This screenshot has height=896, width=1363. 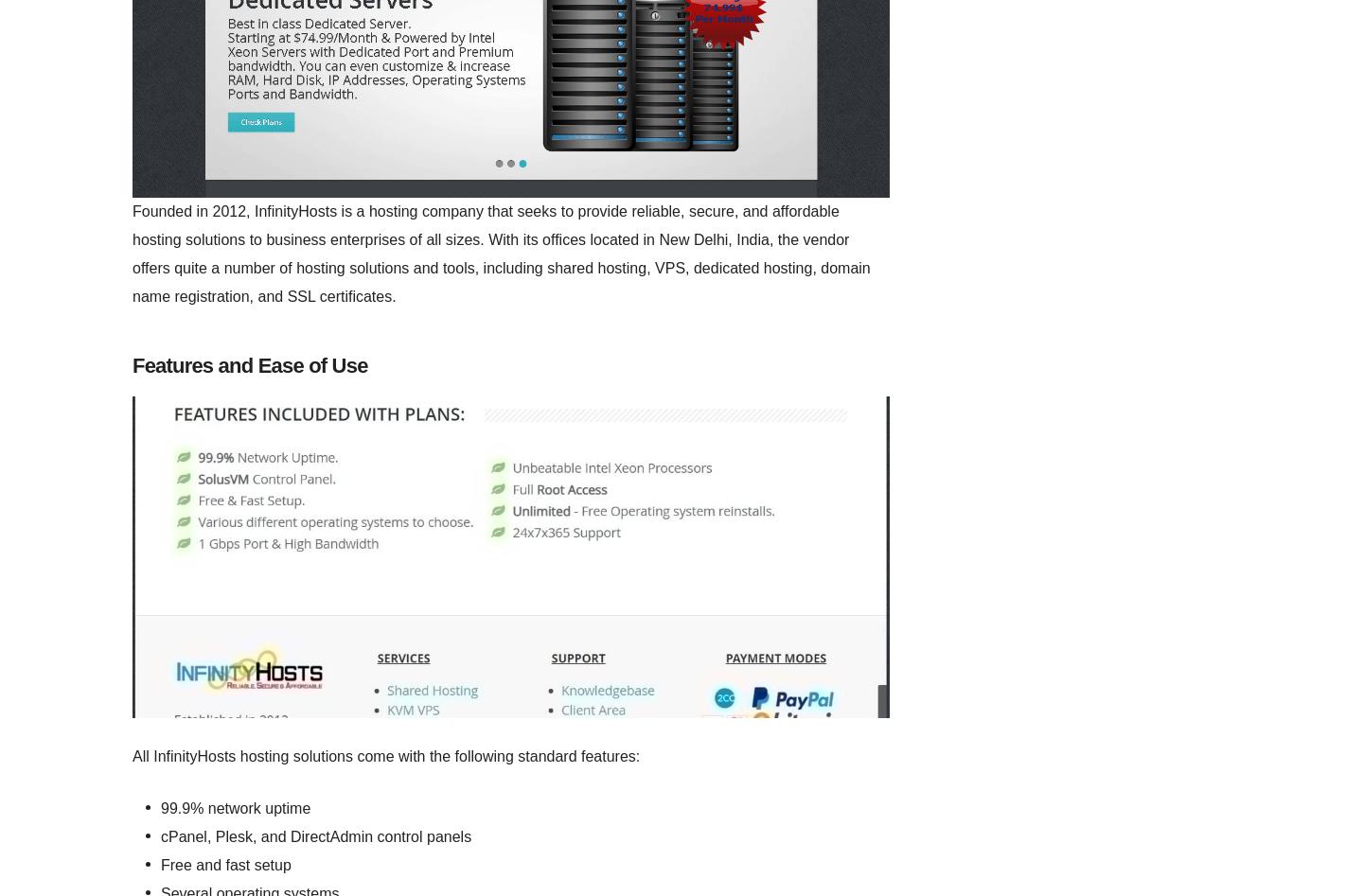 I want to click on 'A quick and easy sign-up process gets your account set up in mere moments', so click(x=138, y=581).